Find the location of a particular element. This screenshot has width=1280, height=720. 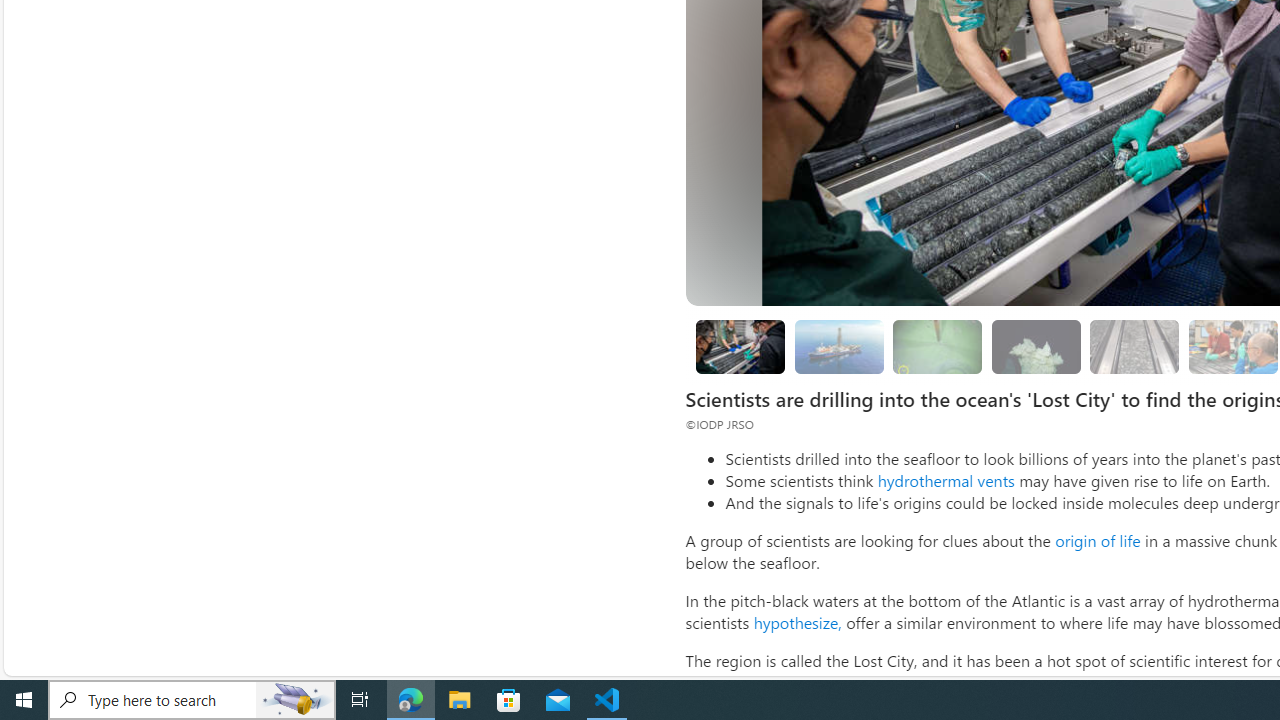

'origin of life' is located at coordinates (1096, 540).